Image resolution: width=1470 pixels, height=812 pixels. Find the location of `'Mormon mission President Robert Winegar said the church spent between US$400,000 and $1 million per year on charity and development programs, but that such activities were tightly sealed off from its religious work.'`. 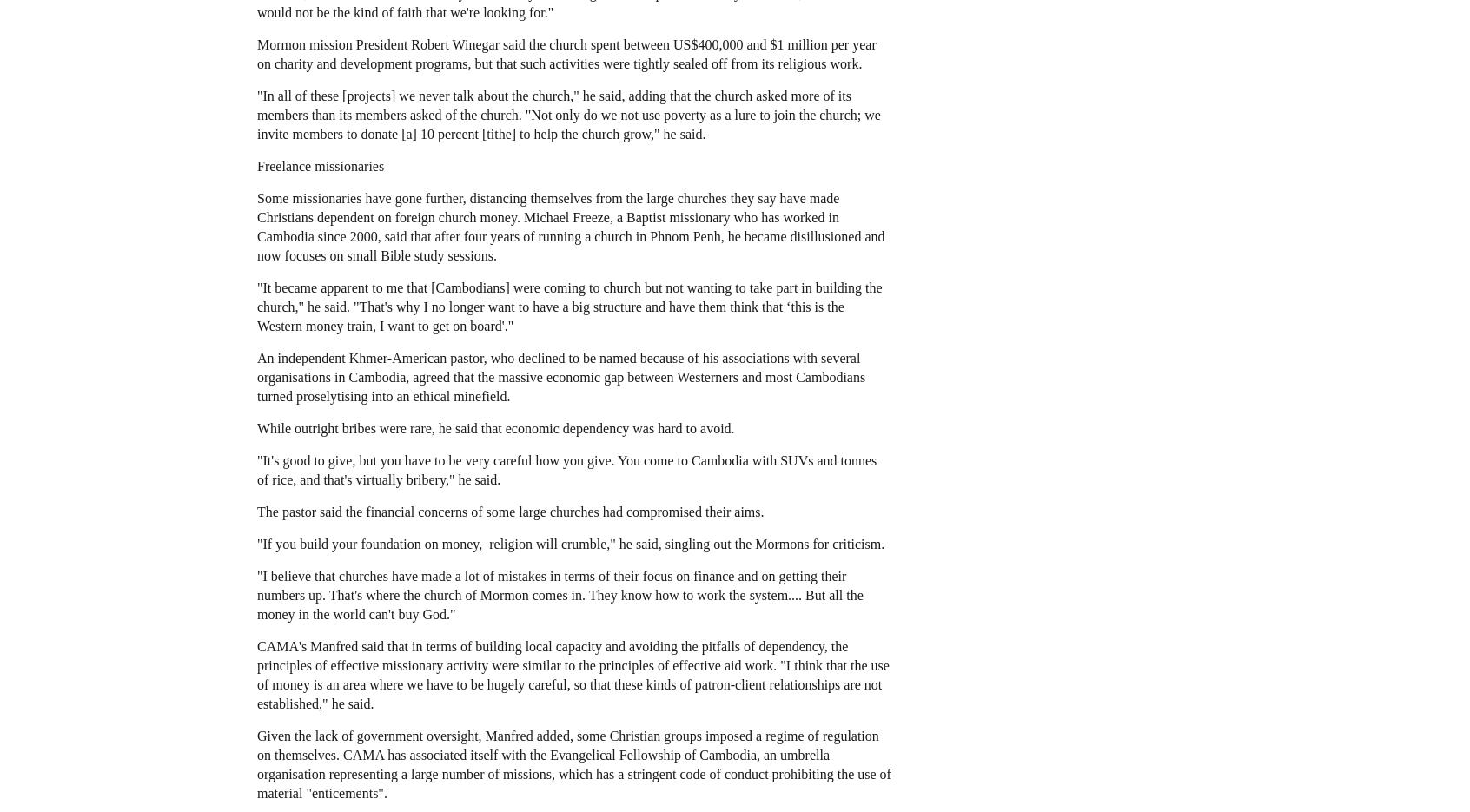

'Mormon mission President Robert Winegar said the church spent between US$400,000 and $1 million per year on charity and development programs, but that such activities were tightly sealed off from its religious work.' is located at coordinates (566, 53).